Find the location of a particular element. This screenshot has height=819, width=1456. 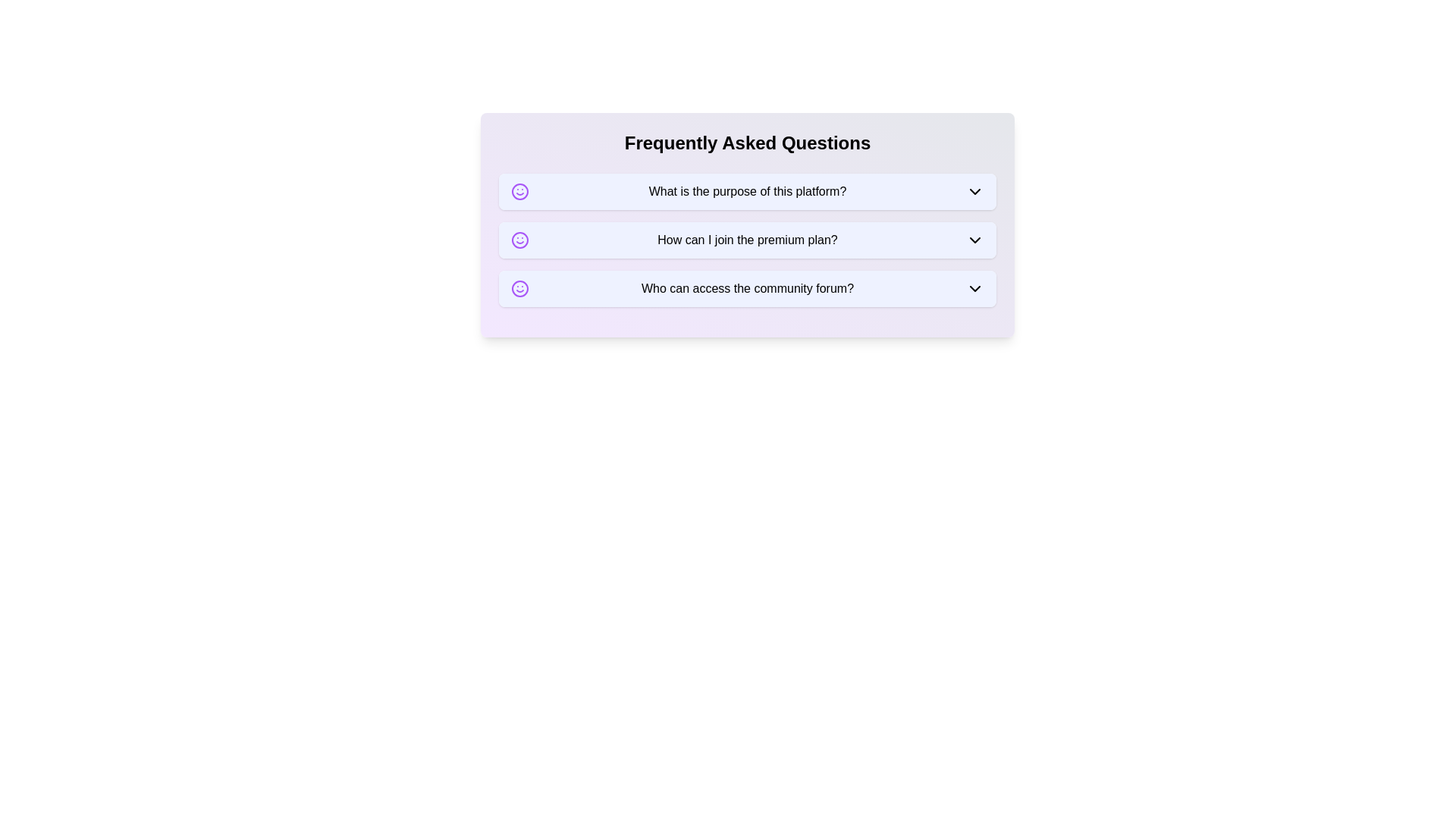

the purple smiley face icon located in the second row of the FAQ section, which corresponds to the question 'How can I join the premium plan?' is located at coordinates (520, 239).